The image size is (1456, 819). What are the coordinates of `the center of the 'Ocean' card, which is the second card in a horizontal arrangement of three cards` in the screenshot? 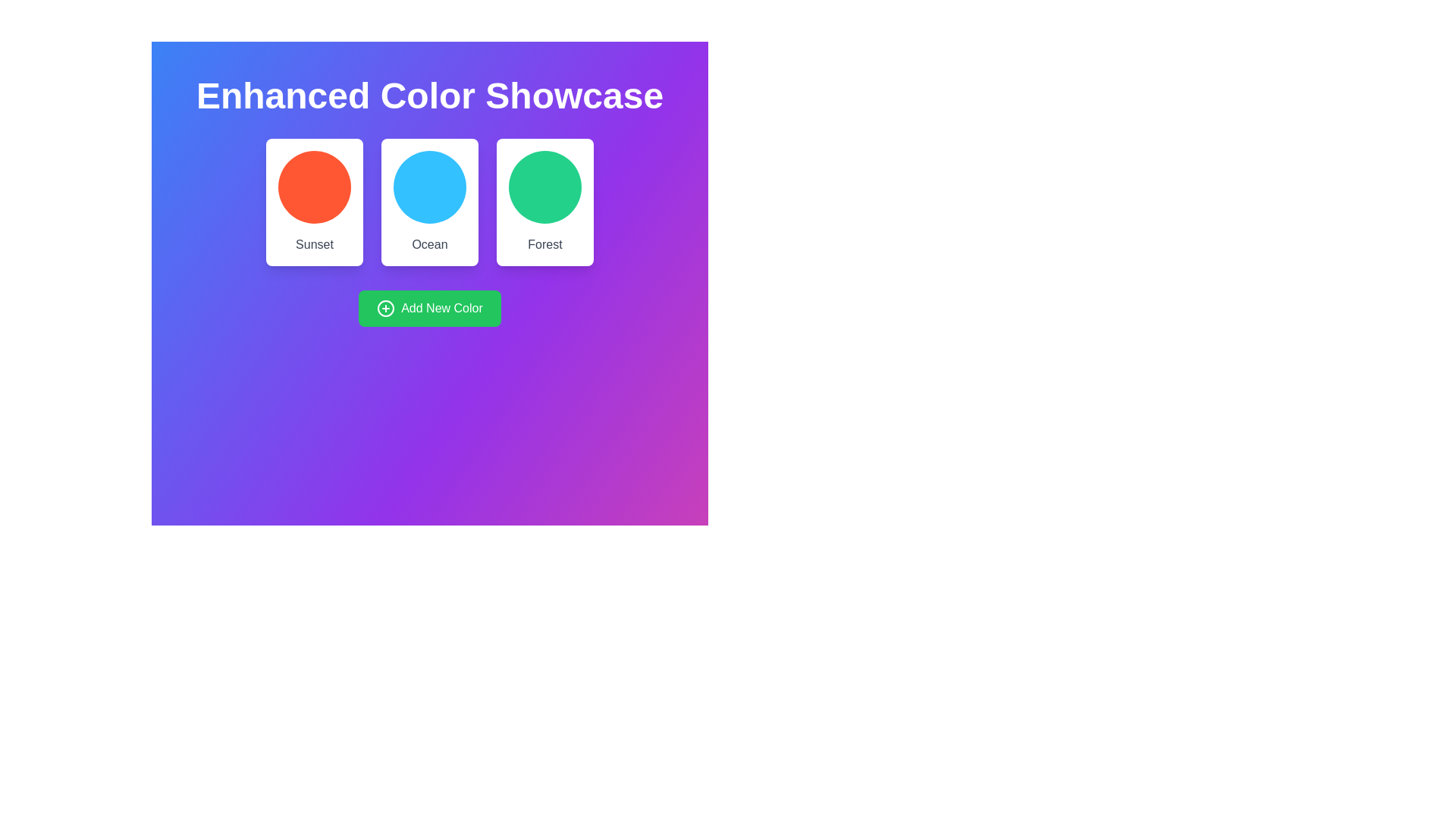 It's located at (428, 201).